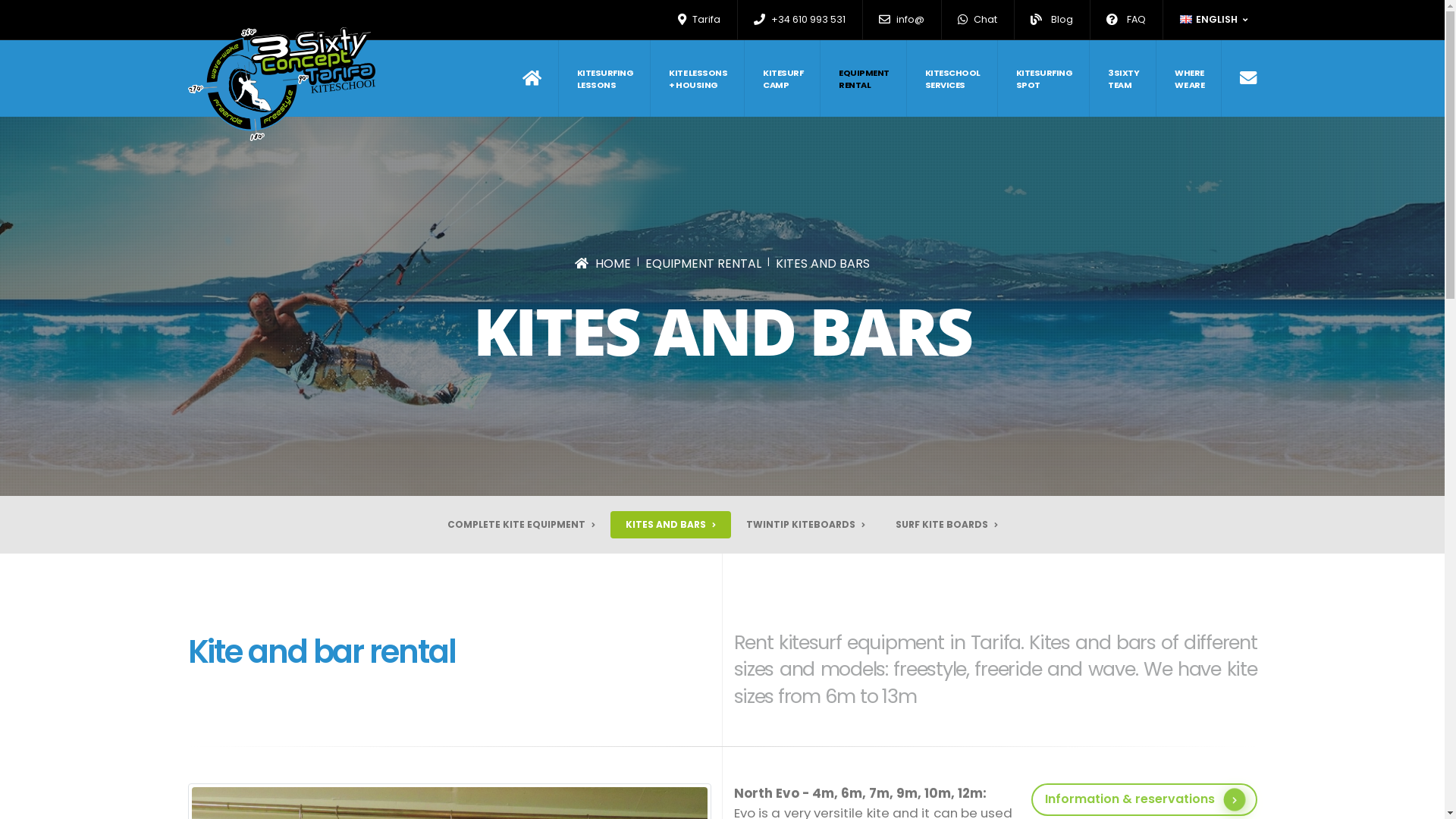  What do you see at coordinates (1215, 20) in the screenshot?
I see `'ENGLISH'` at bounding box center [1215, 20].